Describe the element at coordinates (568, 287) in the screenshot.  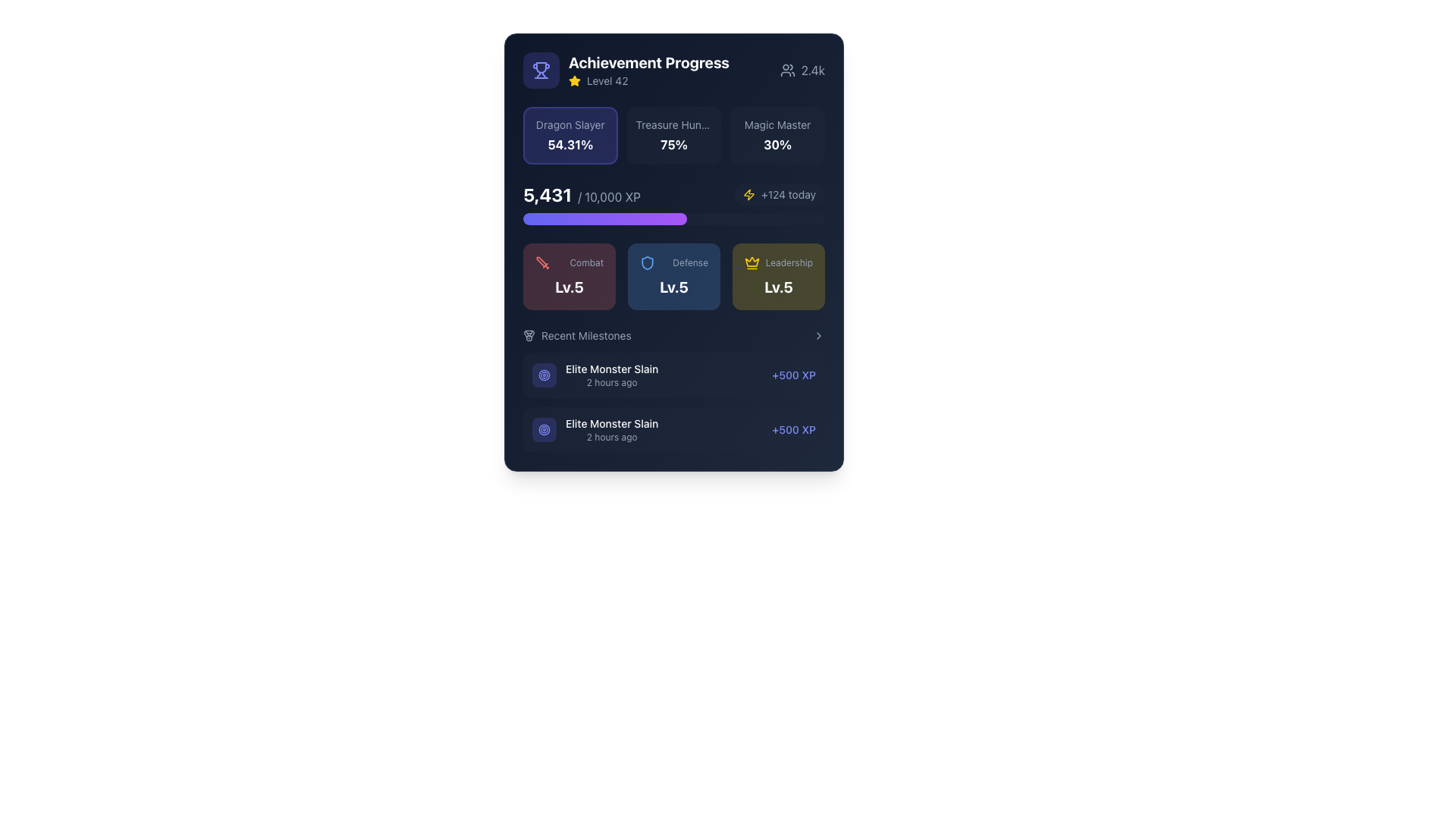
I see `the text label displaying the level of the 'Combat' category, located below the 'Combat' label and sword icon` at that location.